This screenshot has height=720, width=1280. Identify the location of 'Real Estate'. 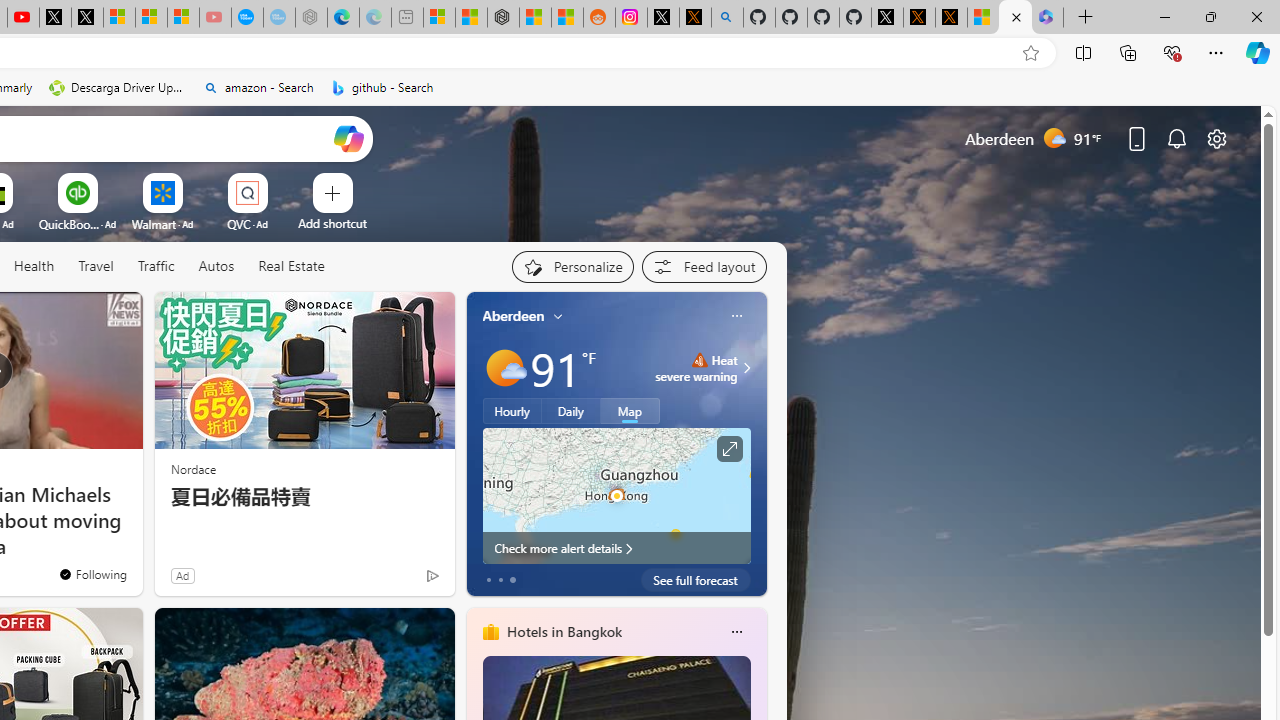
(290, 265).